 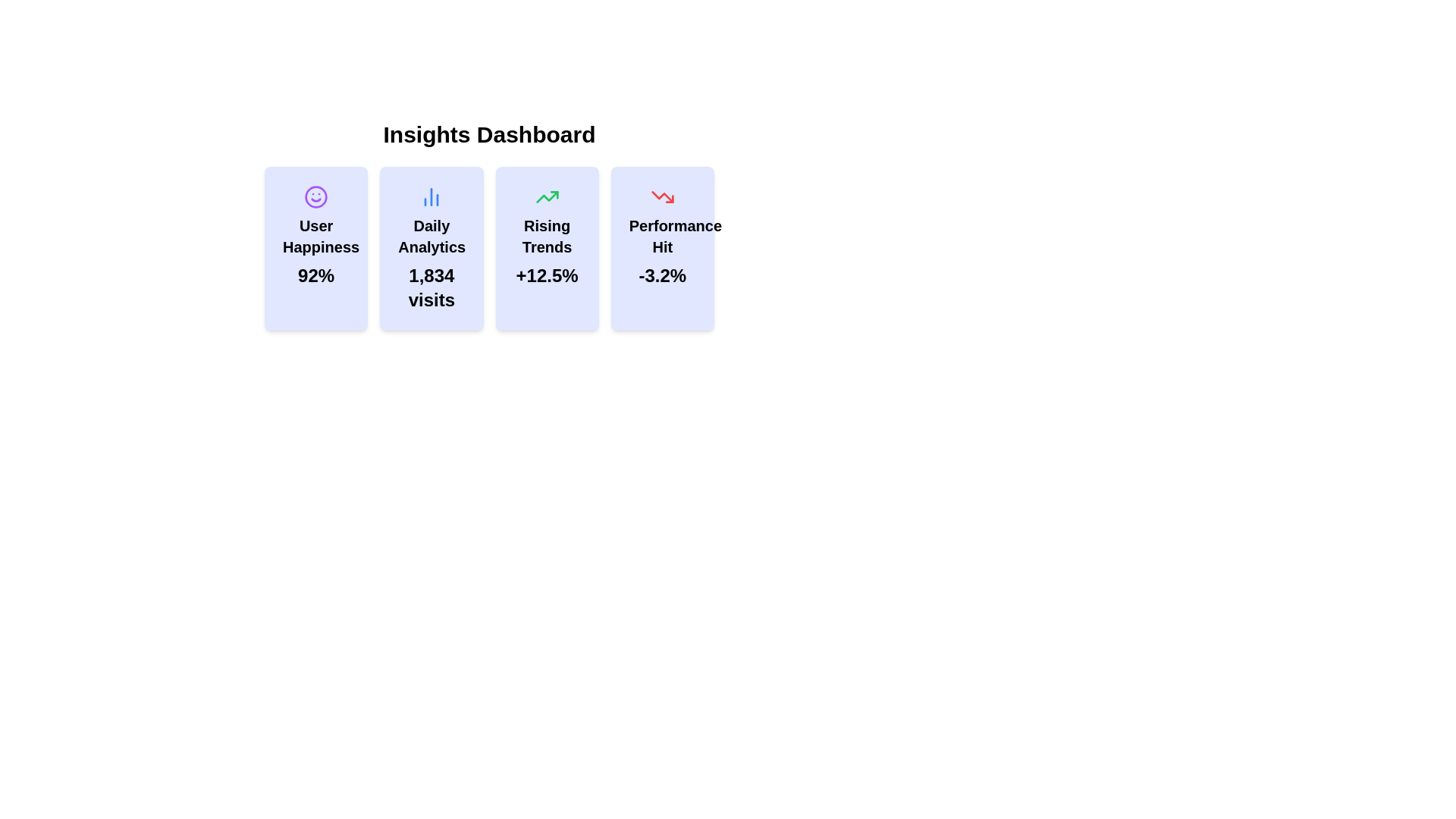 I want to click on value displayed in the text label showing '92%' within the 'User Happiness' card component, so click(x=315, y=275).